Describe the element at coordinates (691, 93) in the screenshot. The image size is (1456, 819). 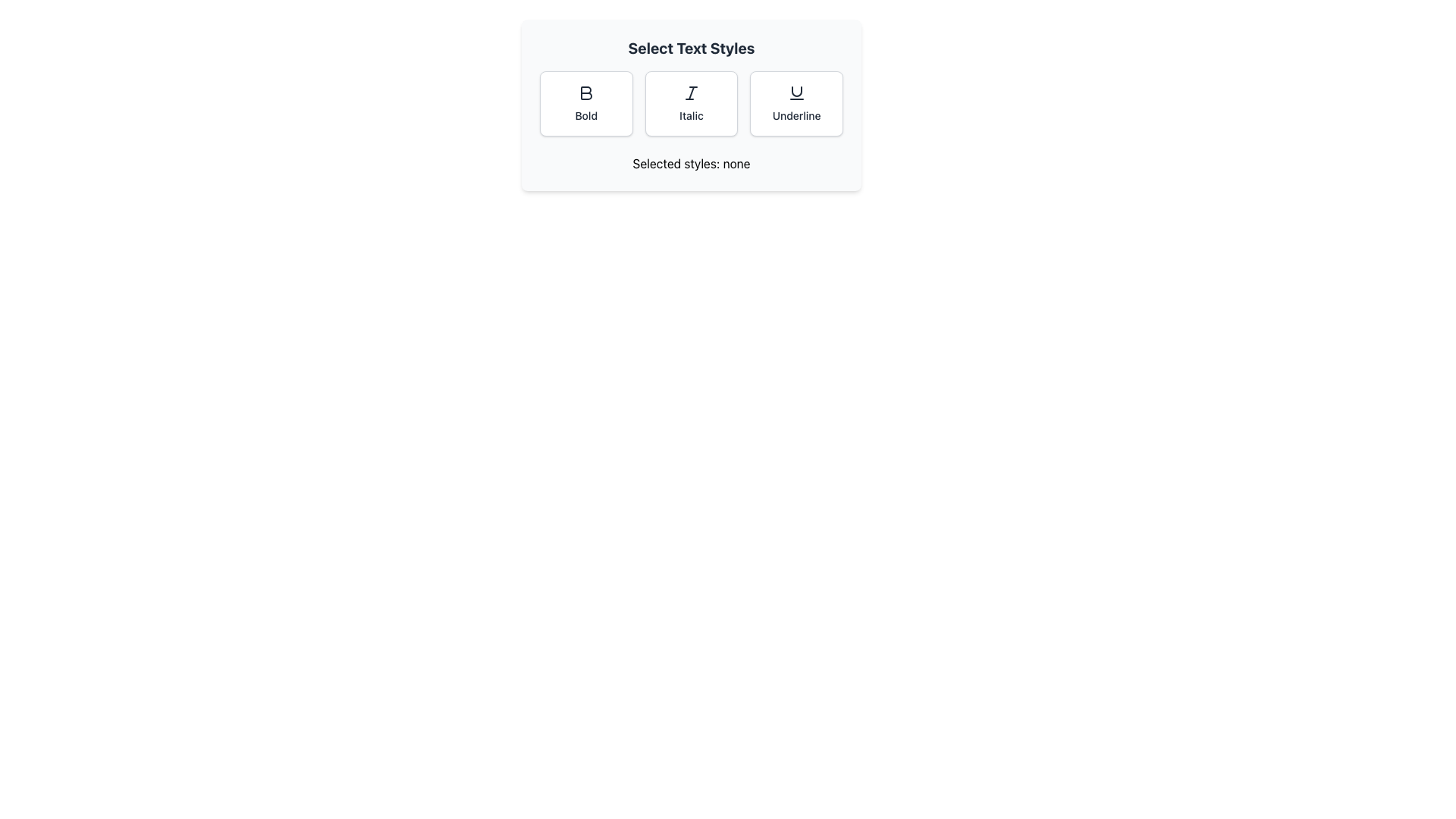
I see `the Italic text styling icon located centrally above the label 'Italic'` at that location.